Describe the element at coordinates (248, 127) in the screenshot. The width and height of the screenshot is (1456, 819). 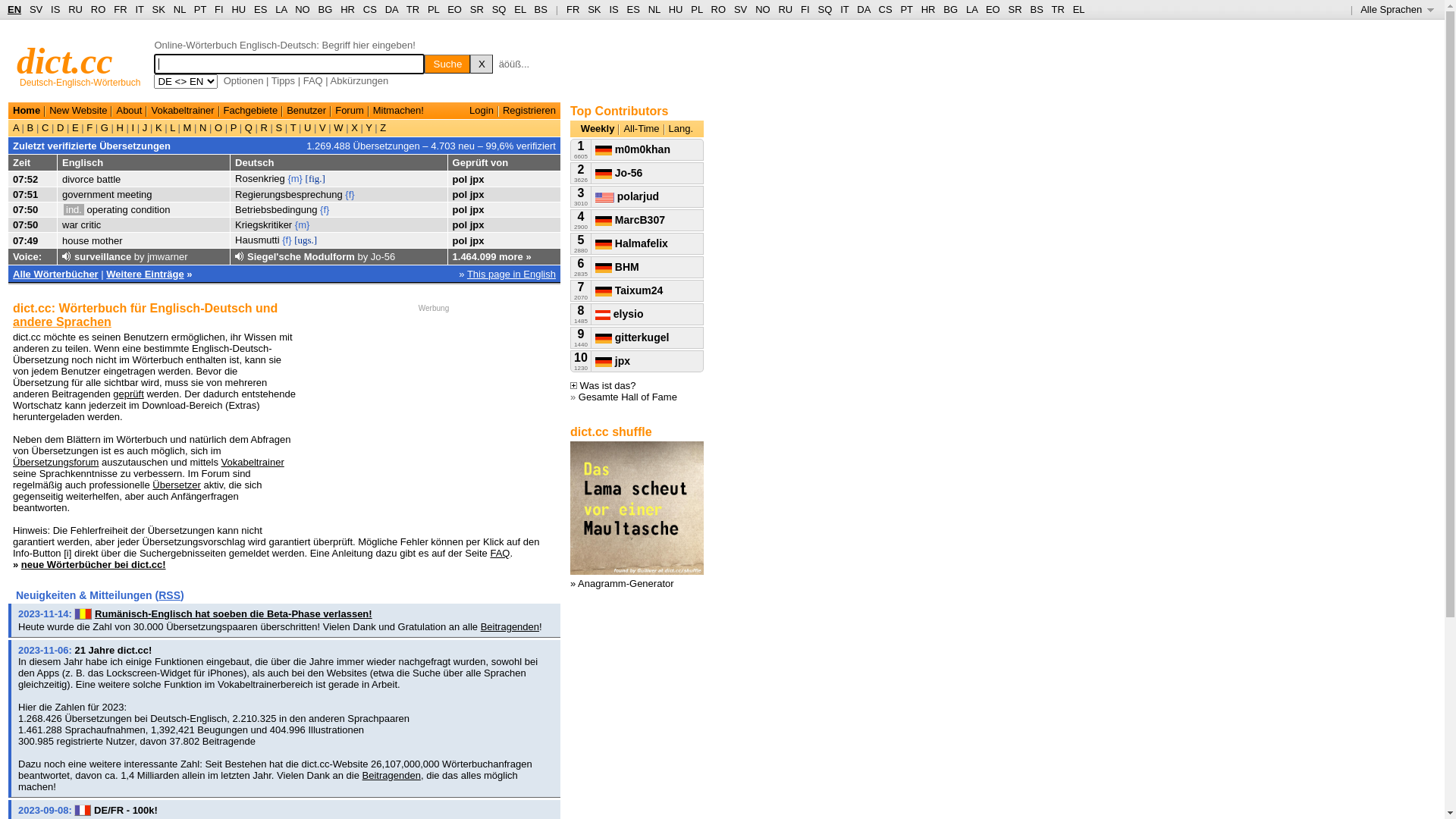
I see `'Q'` at that location.